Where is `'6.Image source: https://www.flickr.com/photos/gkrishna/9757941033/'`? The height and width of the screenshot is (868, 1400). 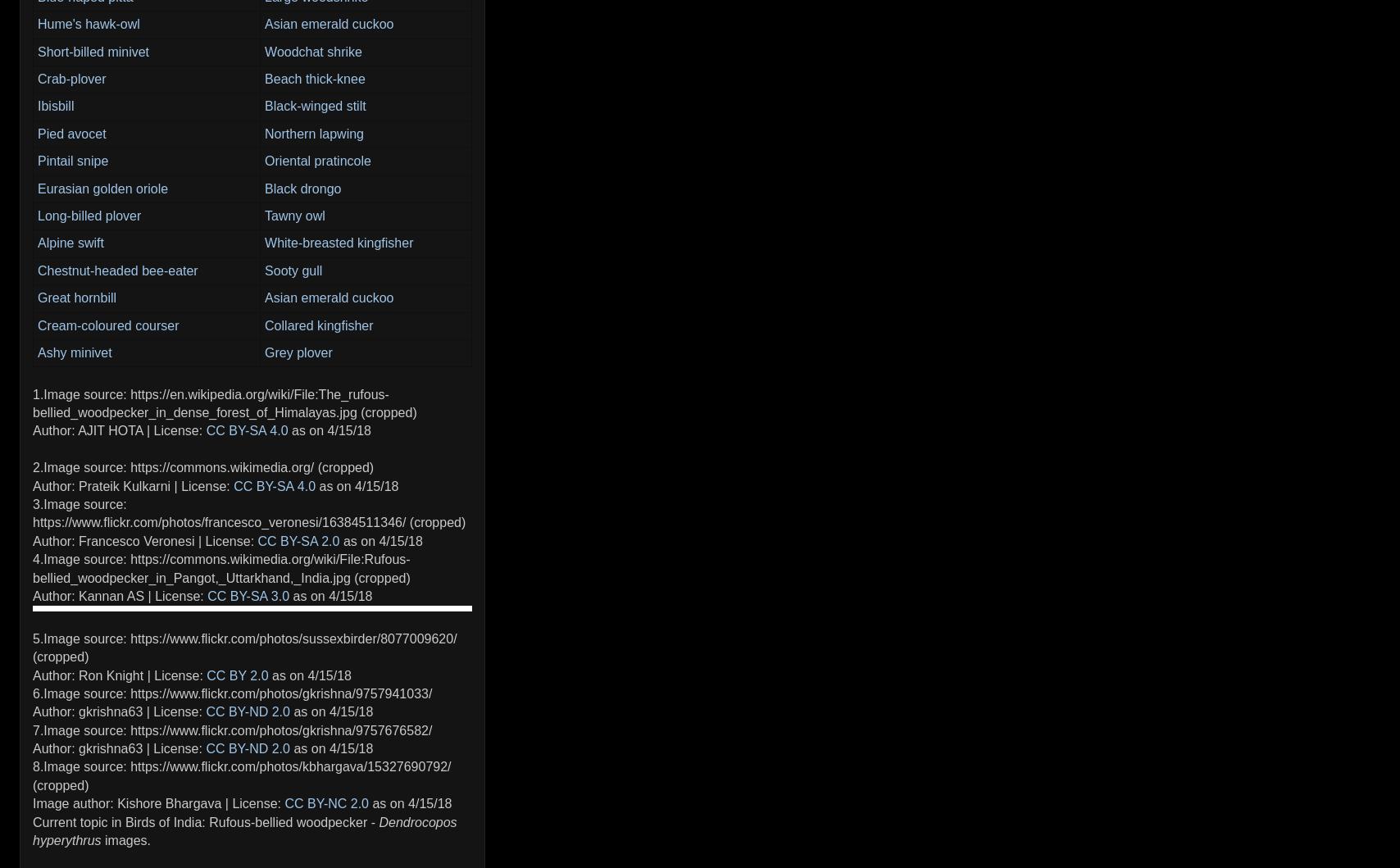
'6.Image source: https://www.flickr.com/photos/gkrishna/9757941033/' is located at coordinates (232, 692).